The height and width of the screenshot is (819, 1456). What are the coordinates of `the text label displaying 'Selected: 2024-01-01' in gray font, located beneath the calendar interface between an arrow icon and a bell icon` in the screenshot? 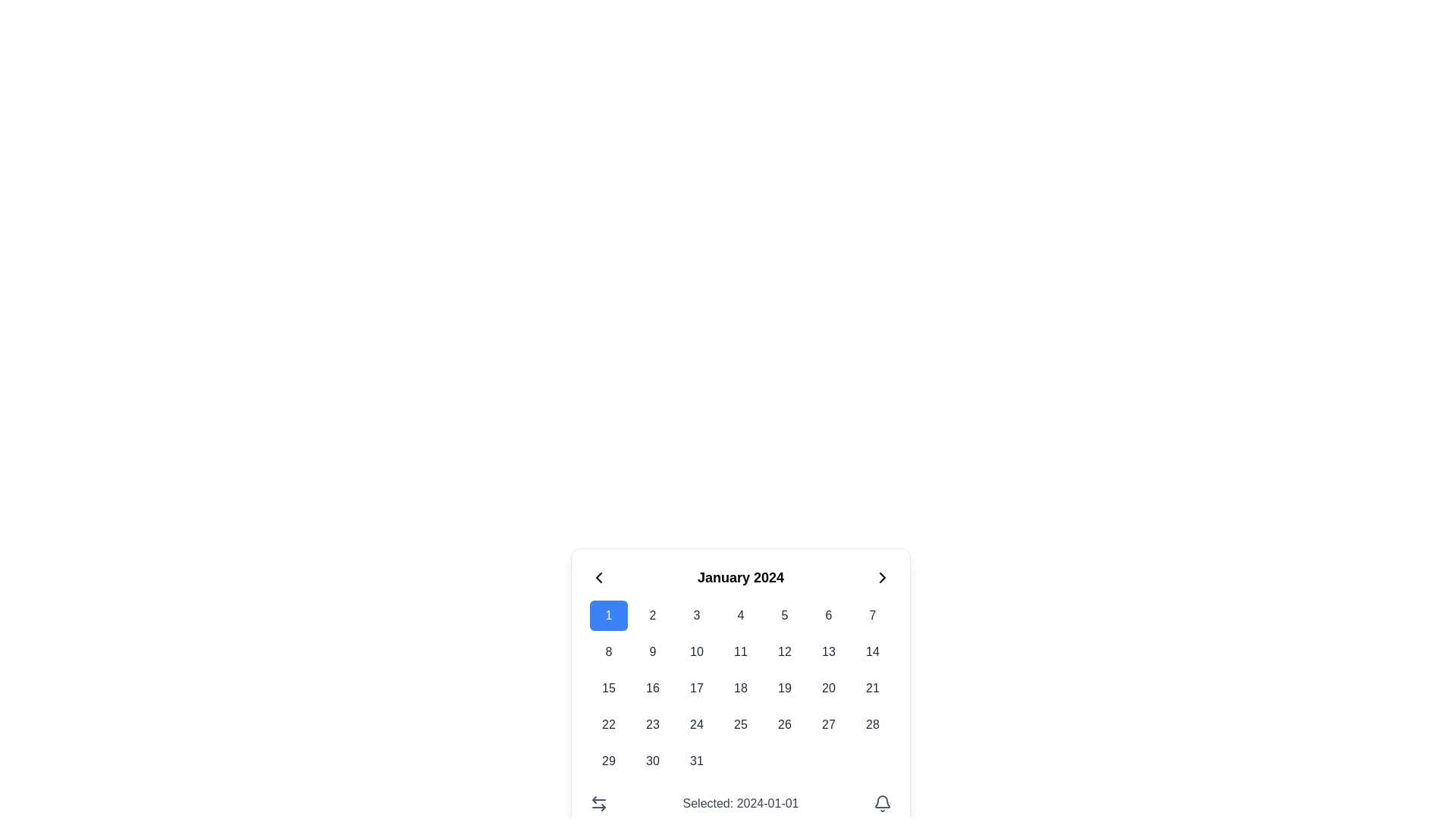 It's located at (741, 803).